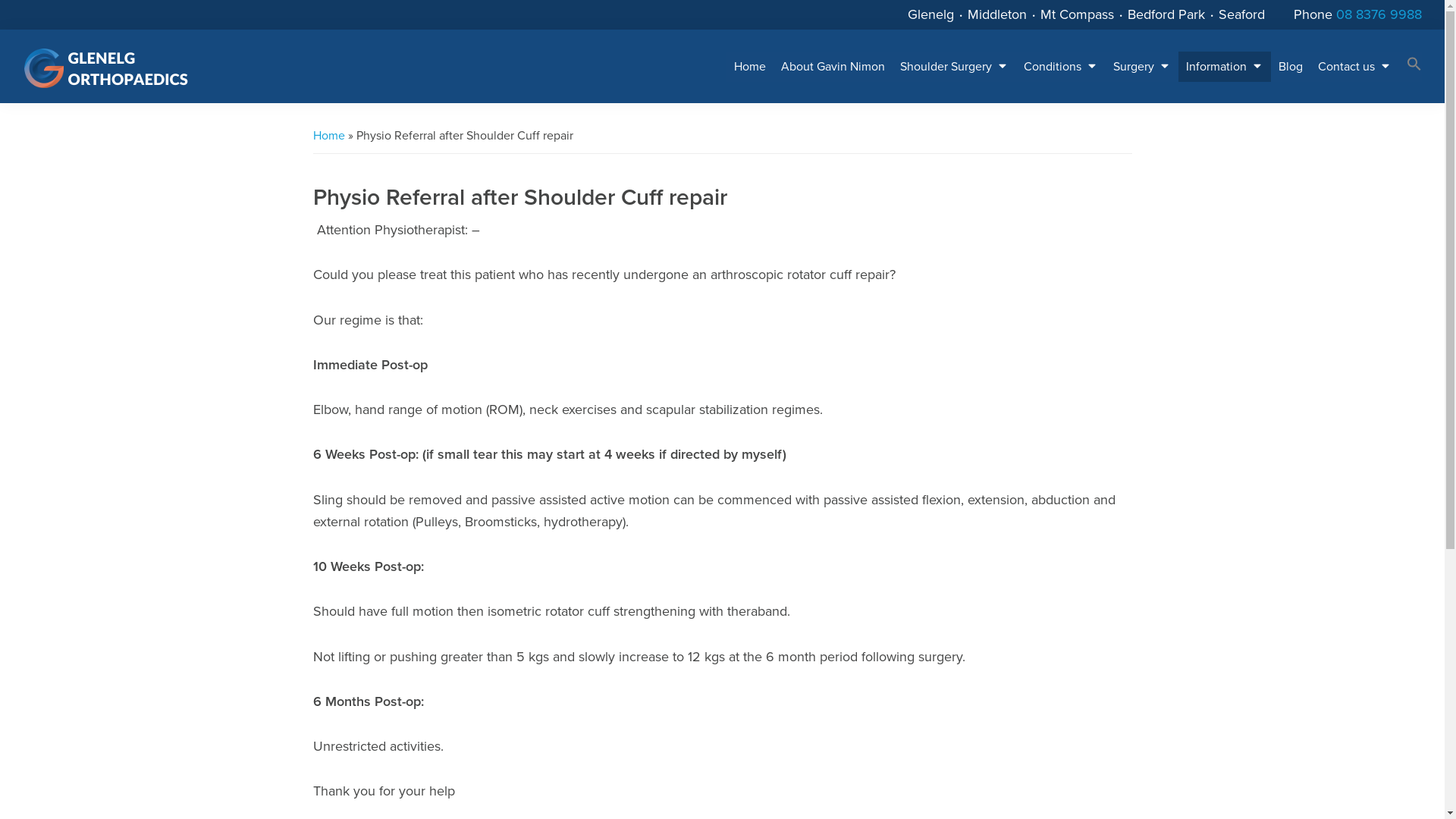  Describe the element at coordinates (1219, 14) in the screenshot. I see `'Seaford'` at that location.